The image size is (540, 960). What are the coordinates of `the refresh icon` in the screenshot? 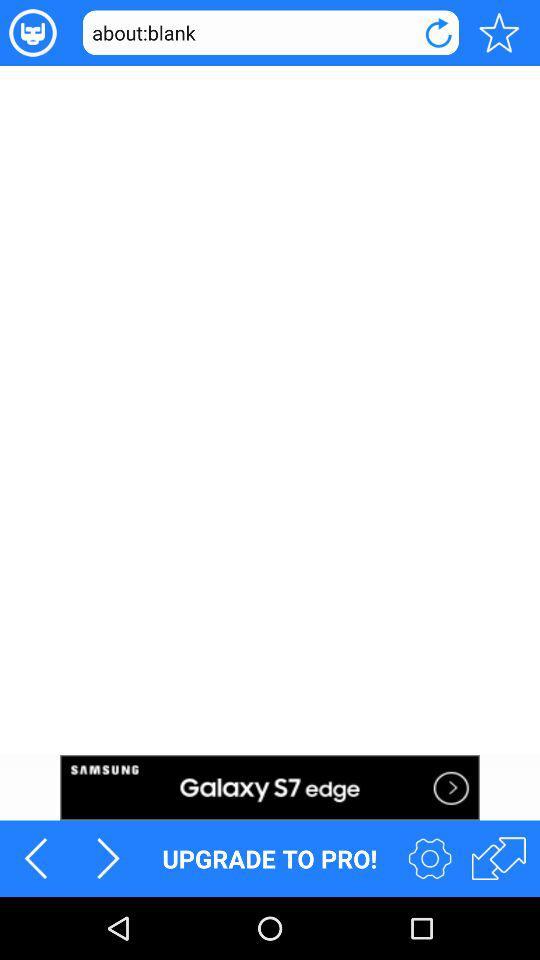 It's located at (437, 34).